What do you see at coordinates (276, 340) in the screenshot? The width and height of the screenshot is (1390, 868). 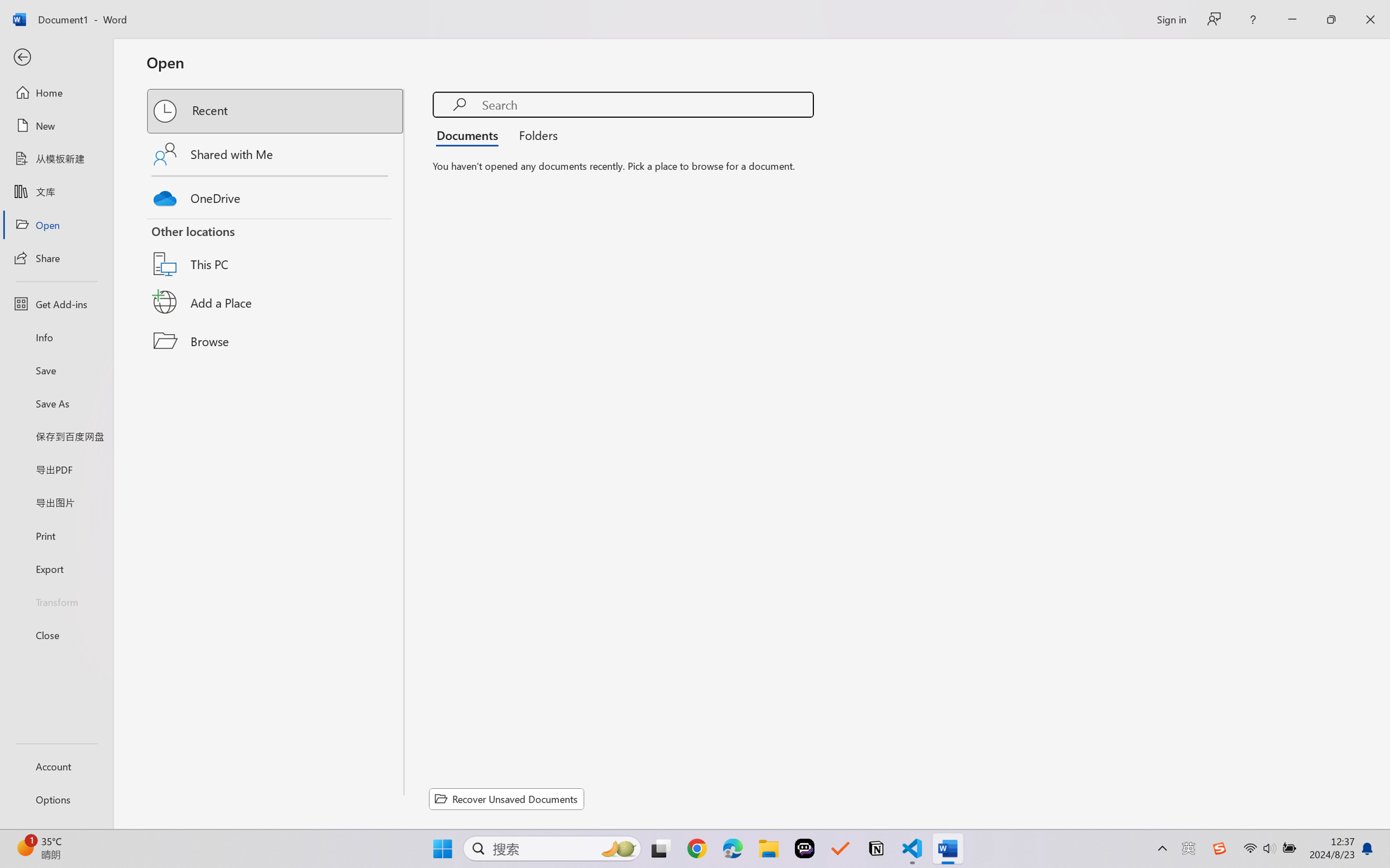 I see `'Browse'` at bounding box center [276, 340].